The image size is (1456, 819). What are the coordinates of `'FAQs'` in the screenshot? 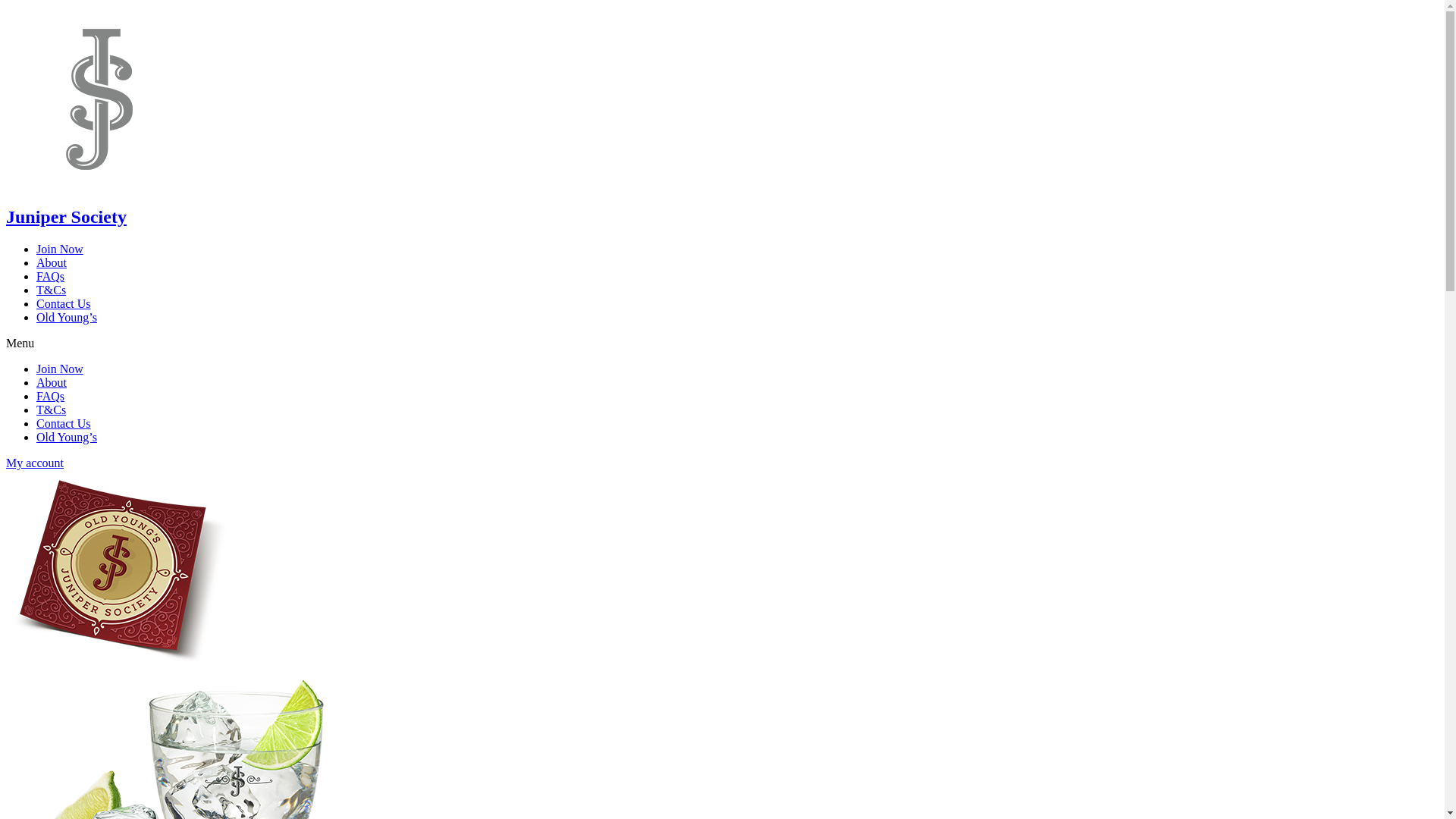 It's located at (50, 395).